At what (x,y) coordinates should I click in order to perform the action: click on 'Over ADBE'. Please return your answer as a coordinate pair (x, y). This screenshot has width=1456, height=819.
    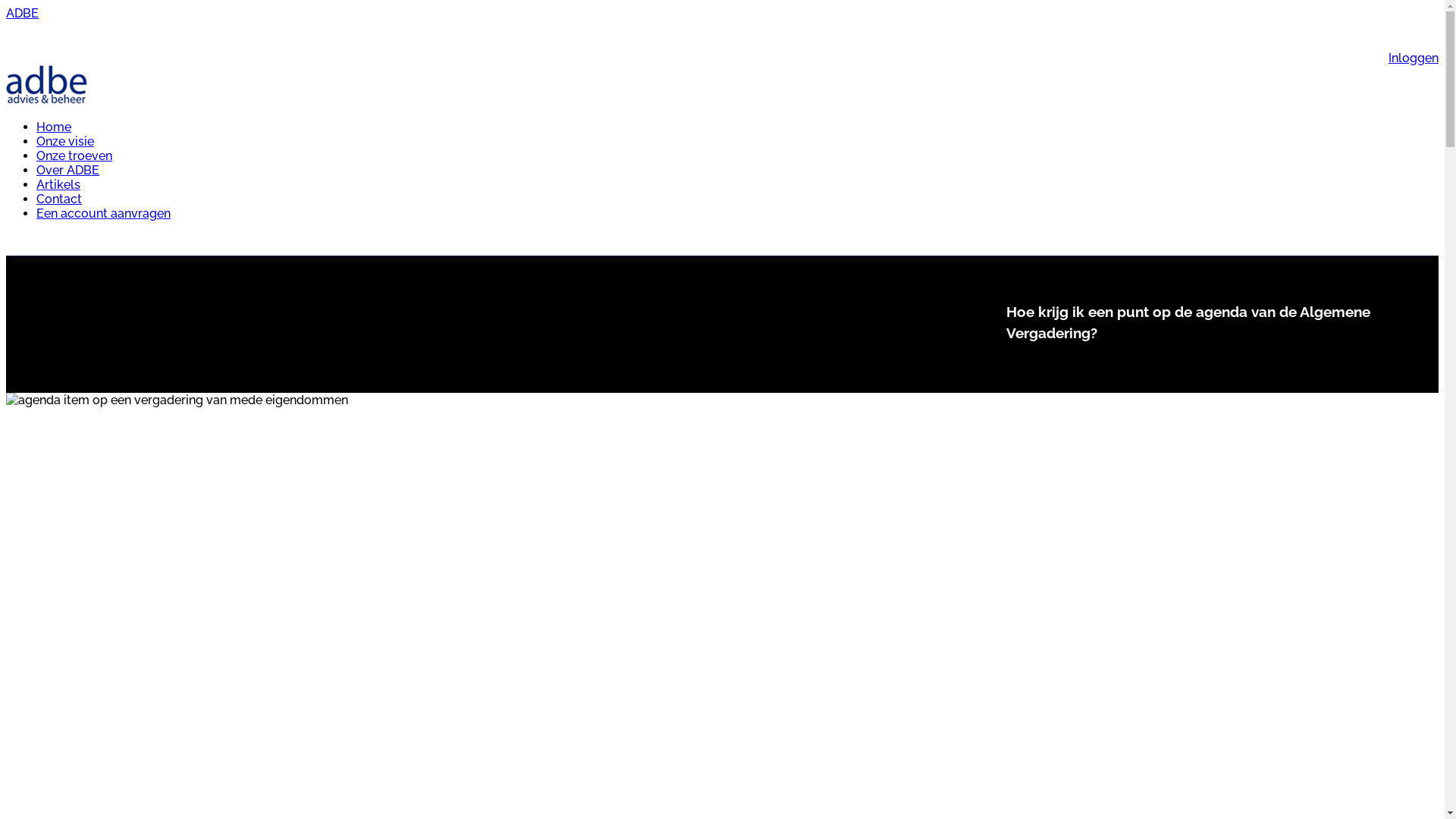
    Looking at the image, I should click on (67, 170).